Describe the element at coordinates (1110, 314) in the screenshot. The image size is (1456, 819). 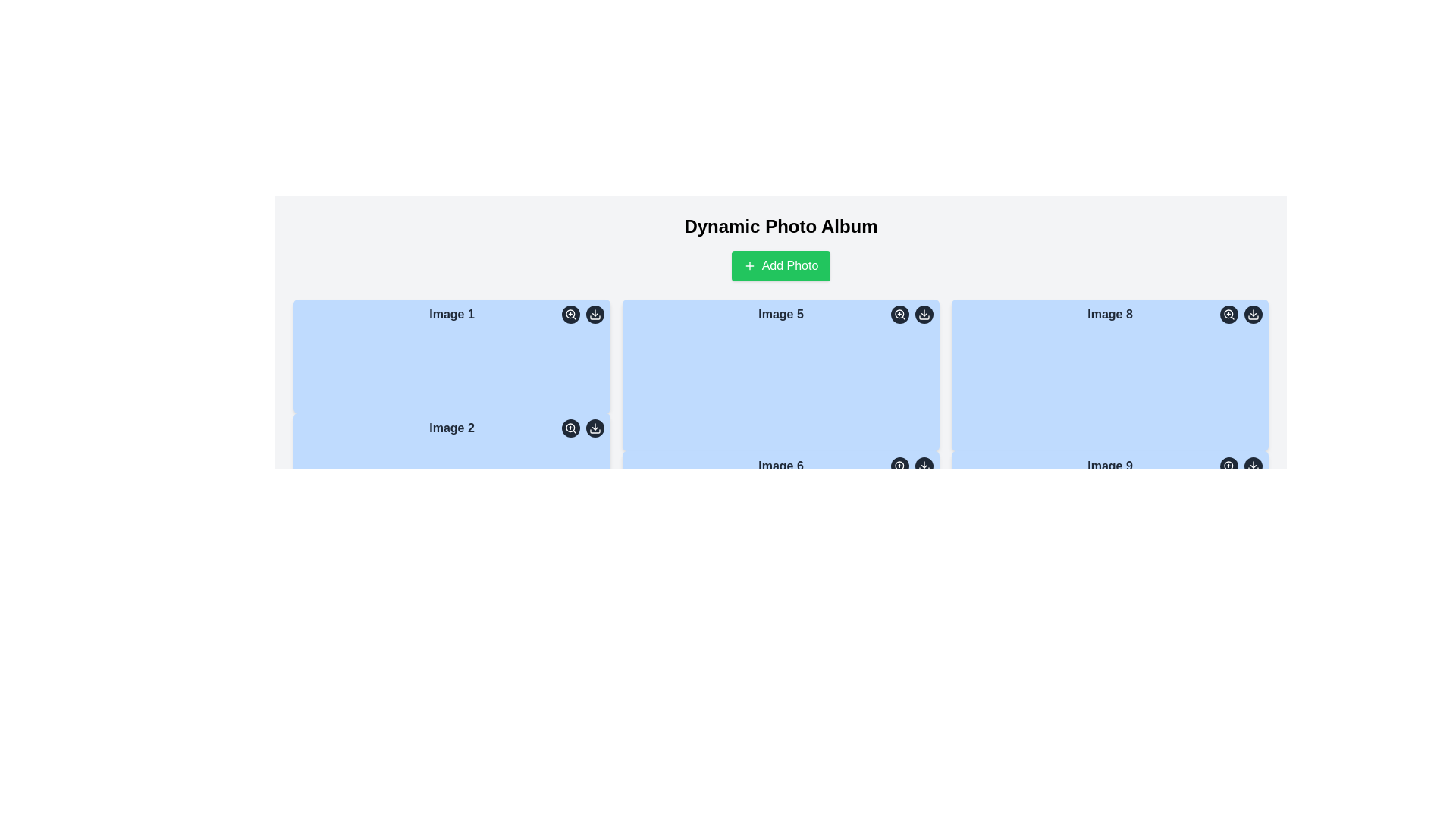
I see `the text label at the top-center of the light blue image card that represents the 8th image in the grid` at that location.